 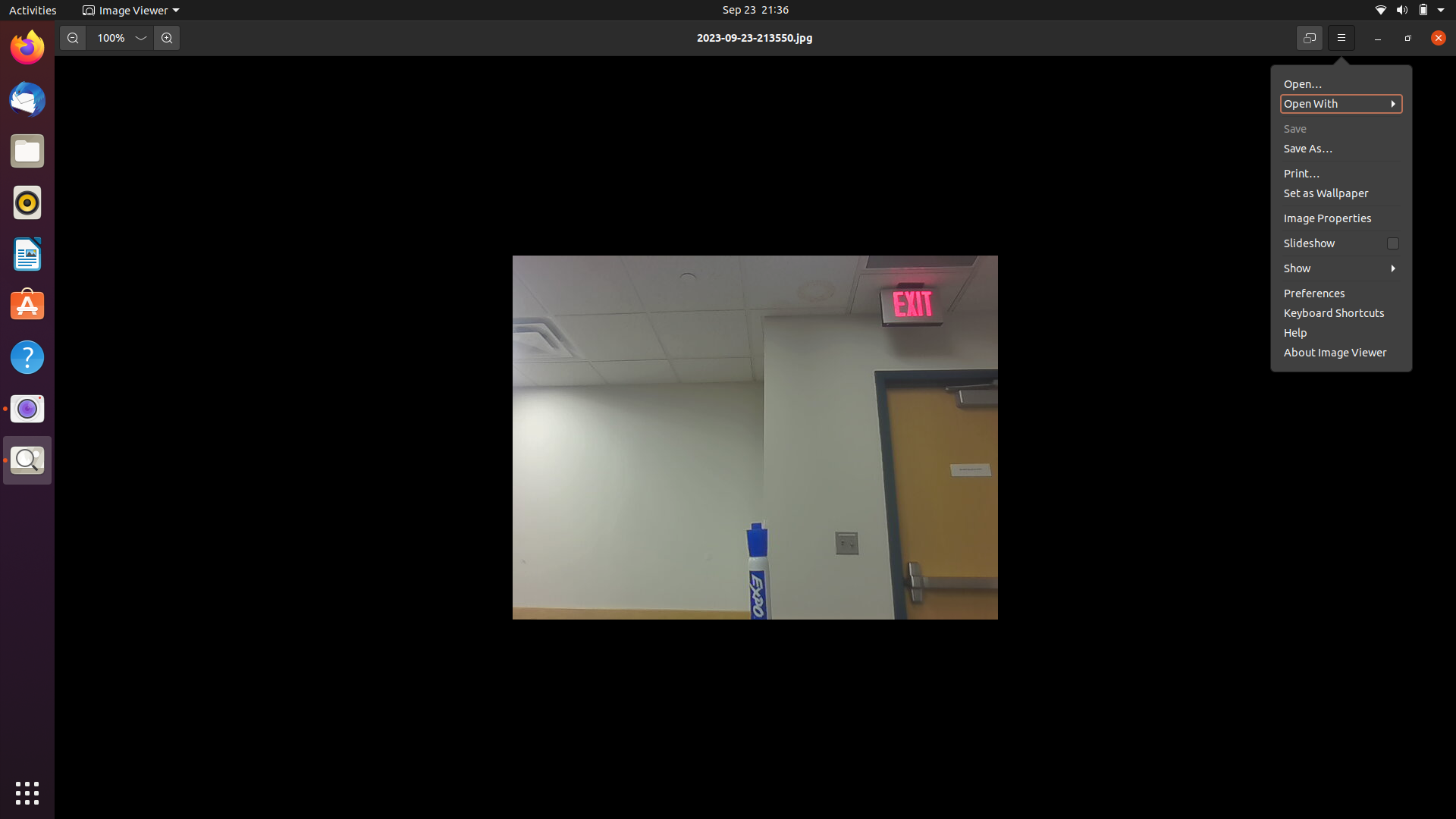 I want to click on Close the menu, so click(x=1341, y=37).